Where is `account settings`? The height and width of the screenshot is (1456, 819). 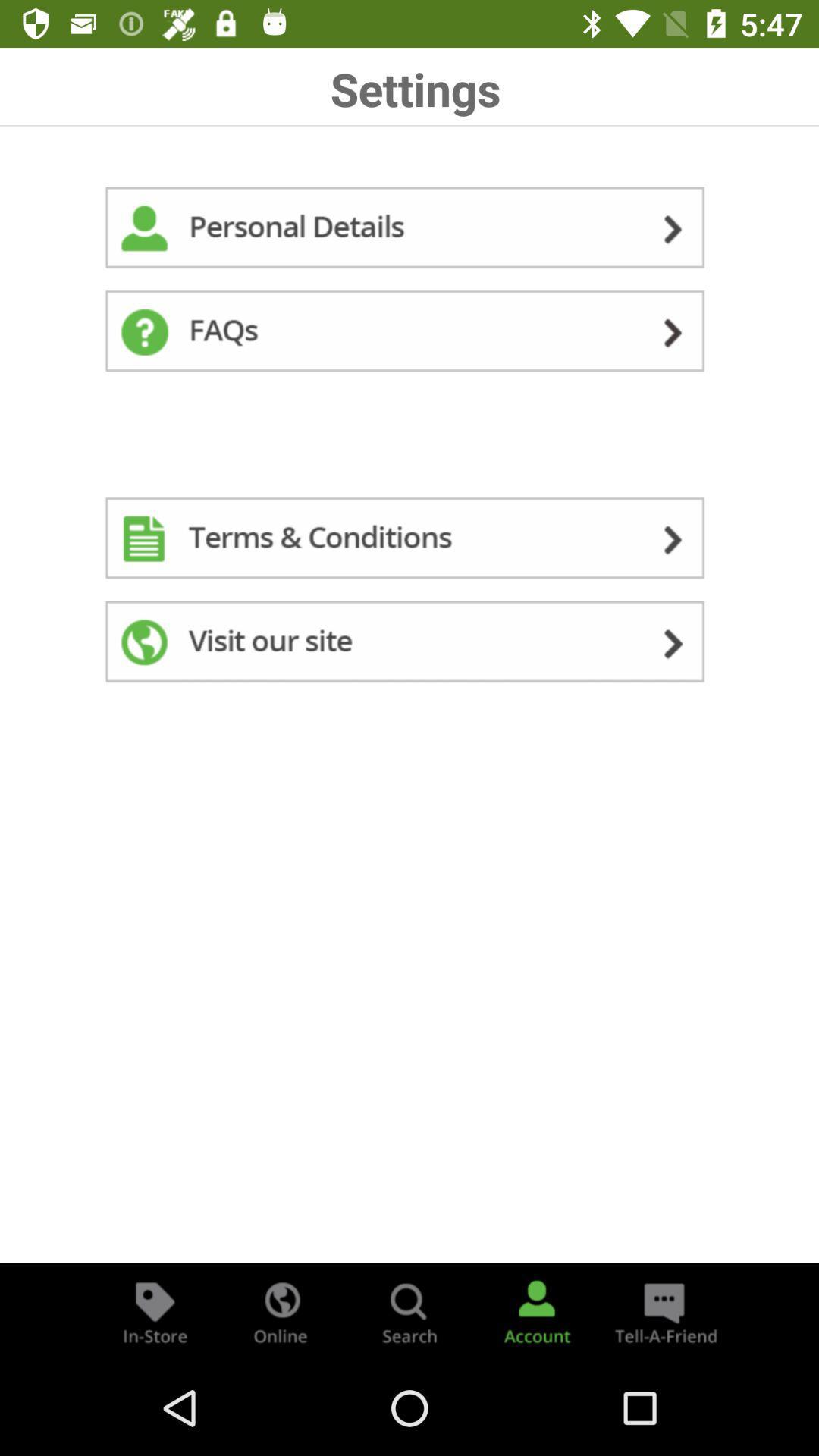
account settings is located at coordinates (536, 1310).